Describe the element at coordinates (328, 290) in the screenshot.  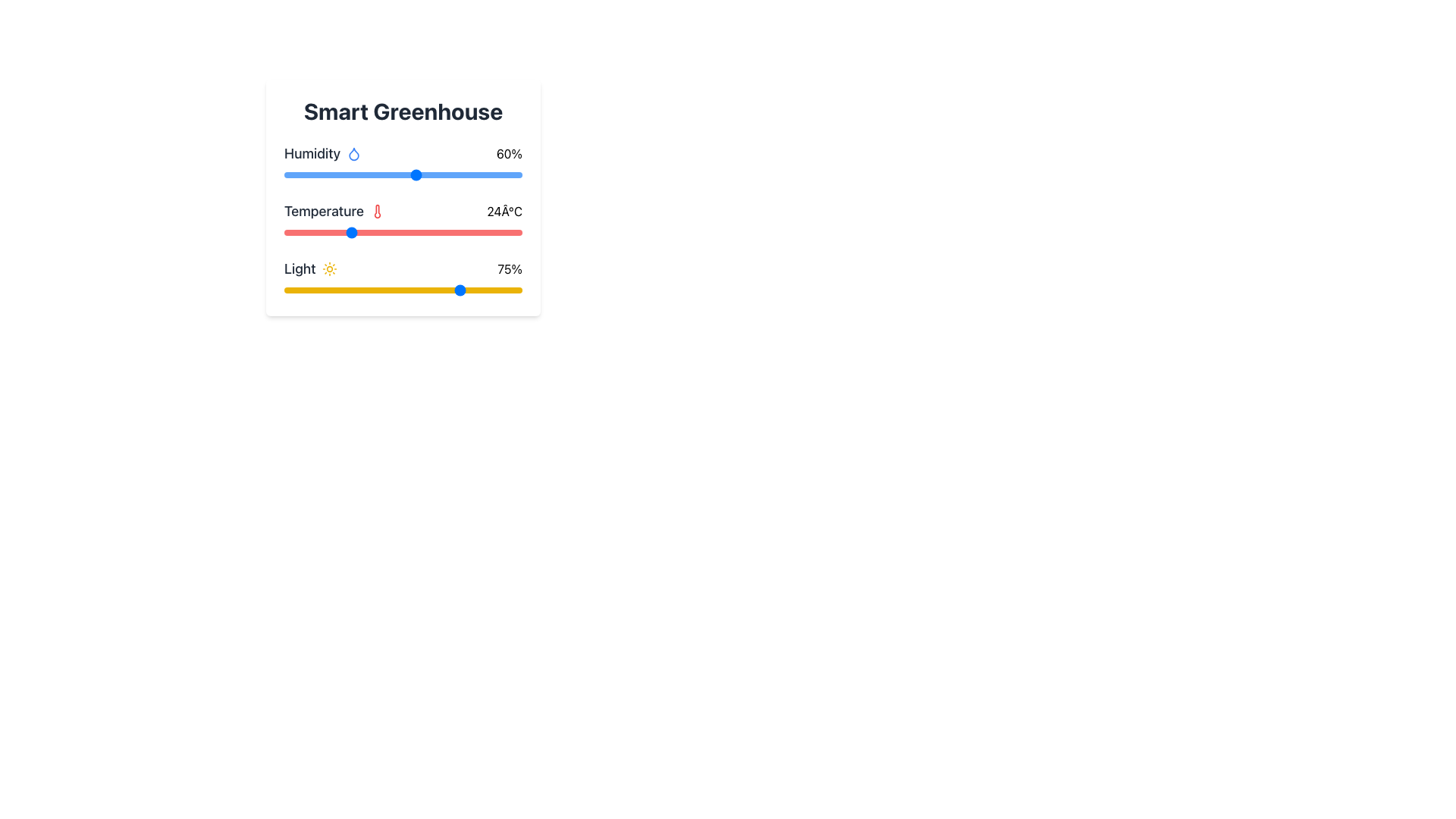
I see `light intensity` at that location.